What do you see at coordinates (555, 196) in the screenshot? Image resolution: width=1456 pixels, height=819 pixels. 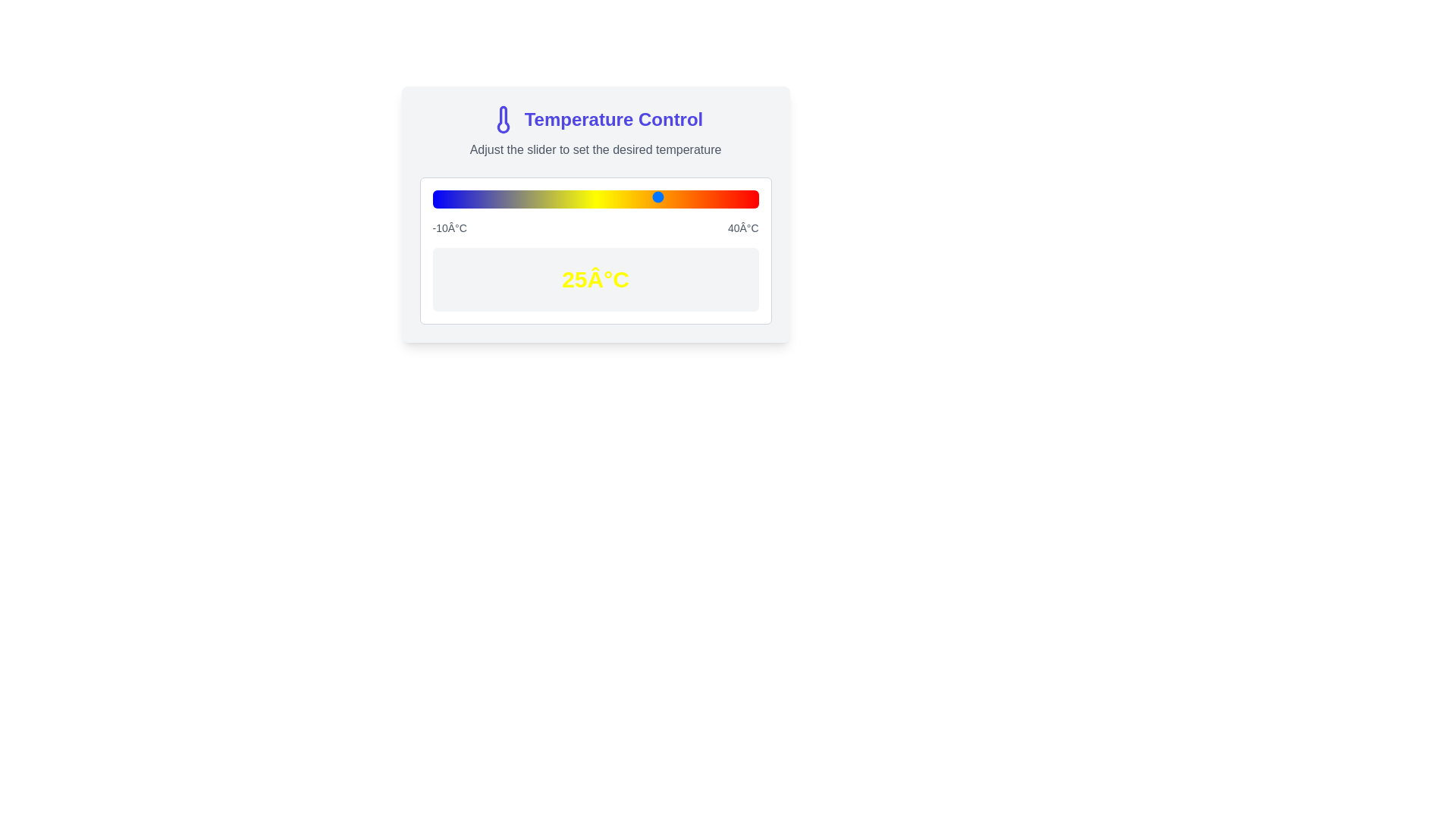 I see `the temperature slider to set the temperature to 9°C` at bounding box center [555, 196].